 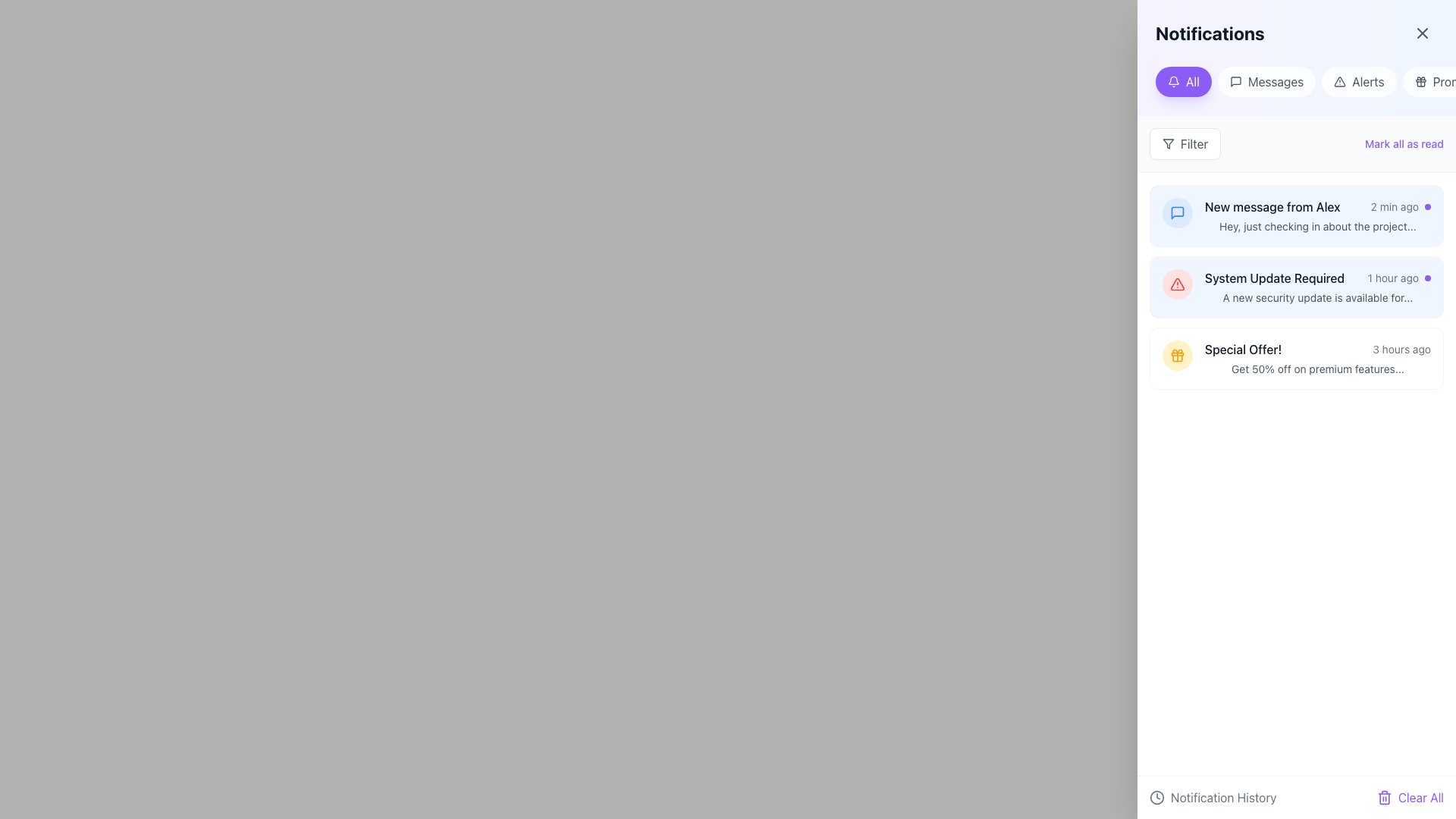 What do you see at coordinates (1212, 797) in the screenshot?
I see `the button for accessing historical notifications located at the lower-left corner of the notification sidebar to change its color` at bounding box center [1212, 797].